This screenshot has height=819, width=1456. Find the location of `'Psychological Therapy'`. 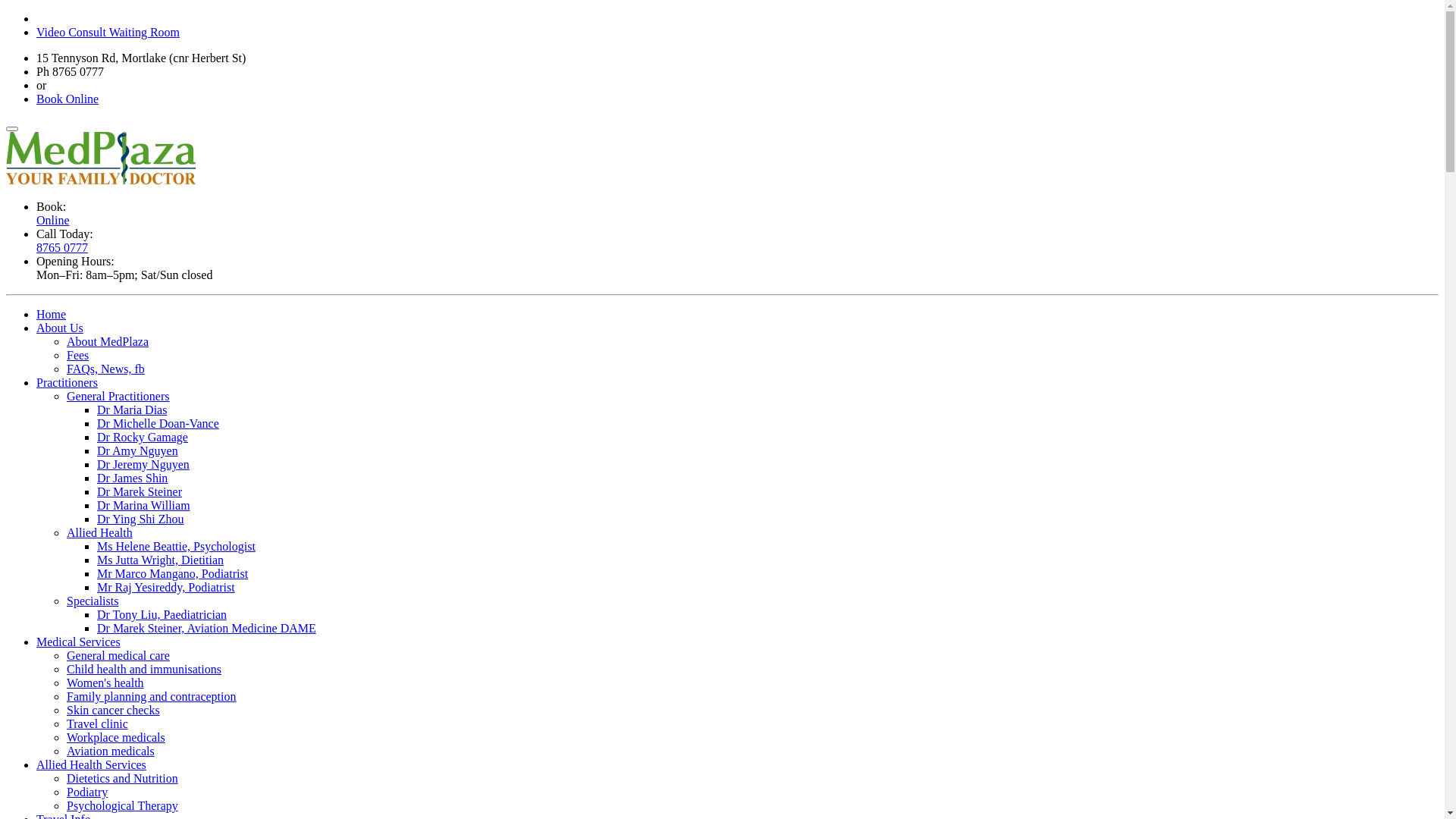

'Psychological Therapy' is located at coordinates (122, 805).